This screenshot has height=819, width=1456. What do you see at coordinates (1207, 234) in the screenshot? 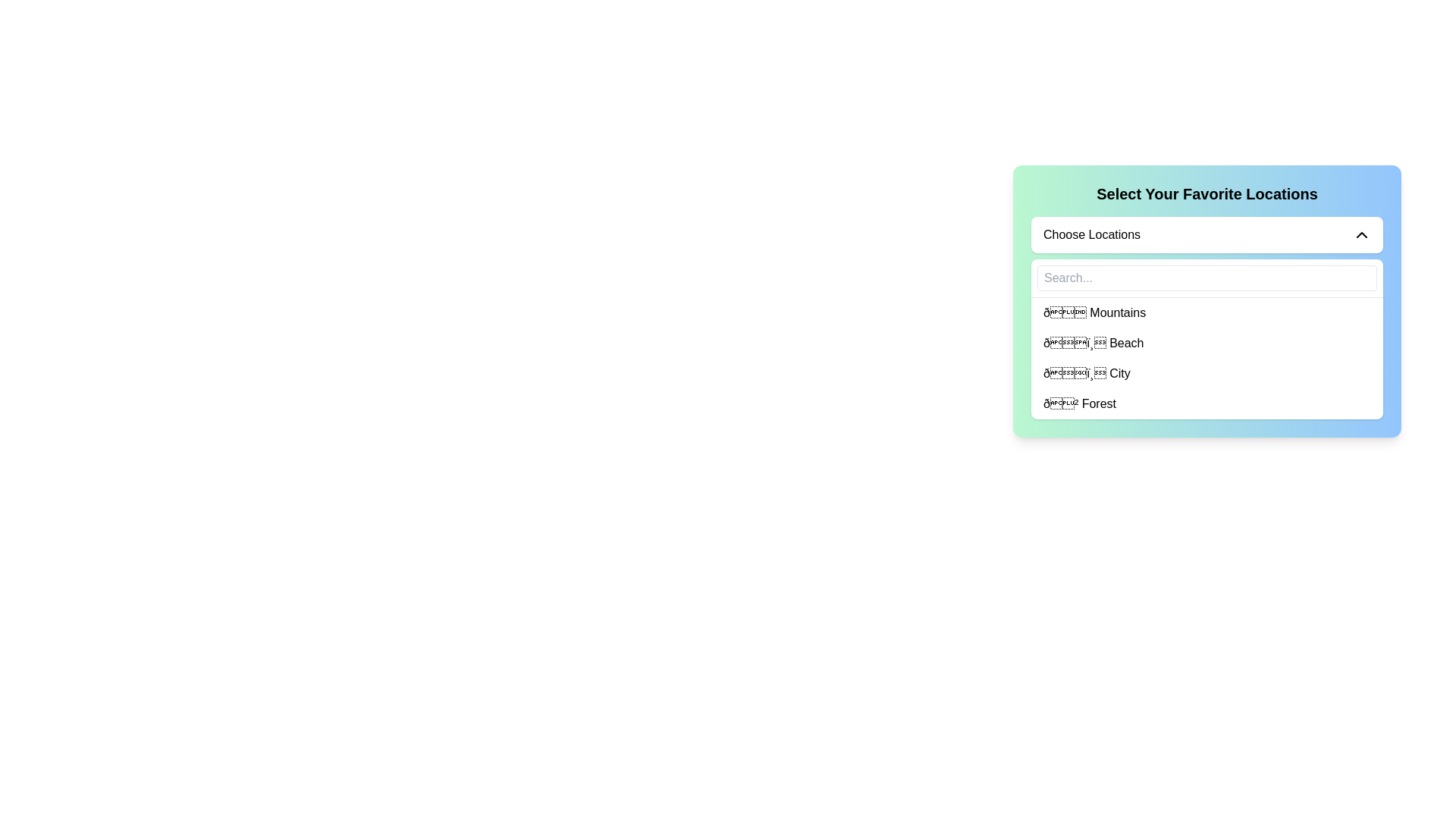
I see `the Dropdown toggle button located at the top of the dropdown menu interface` at bounding box center [1207, 234].